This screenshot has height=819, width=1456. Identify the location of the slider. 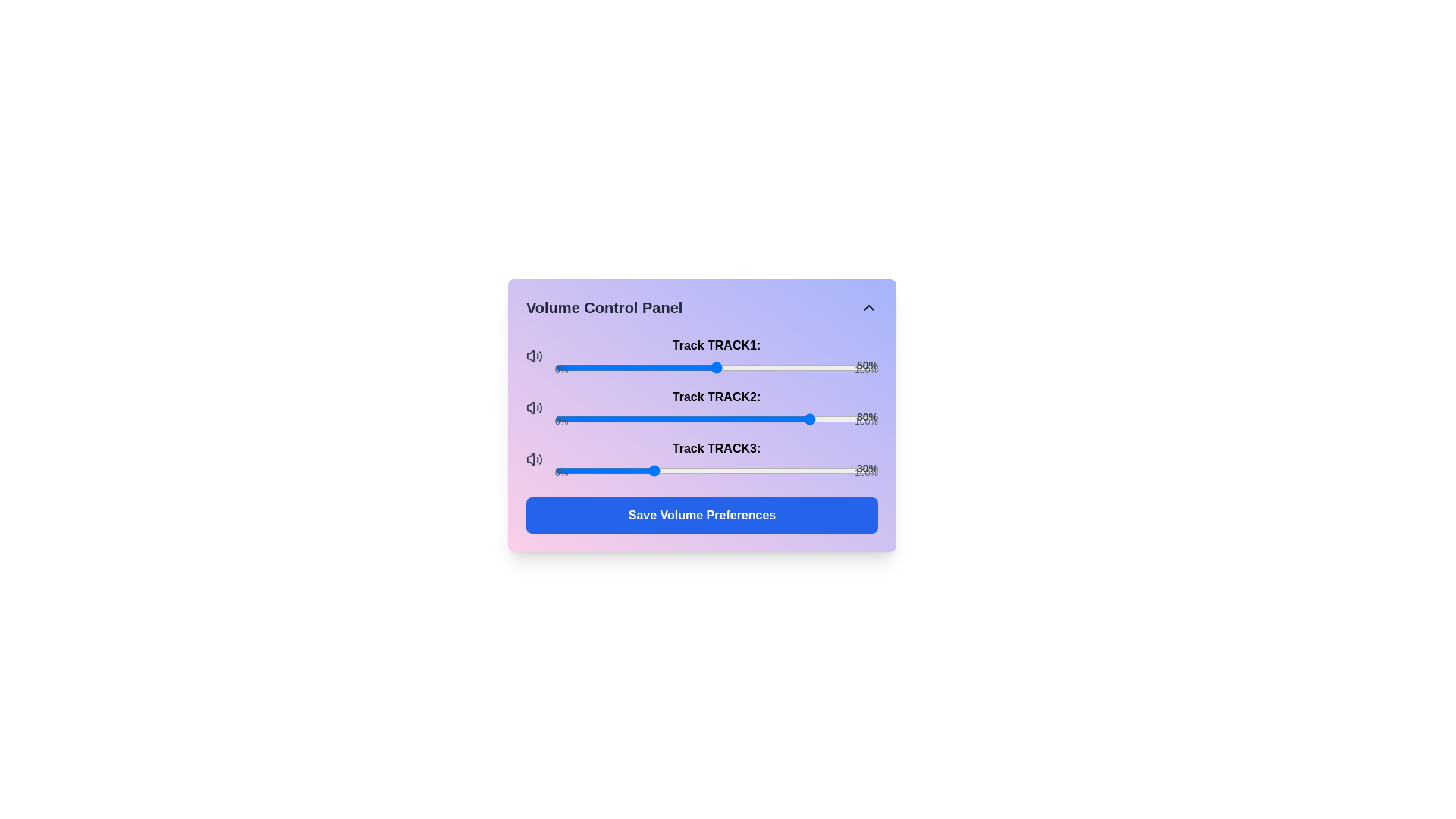
(639, 368).